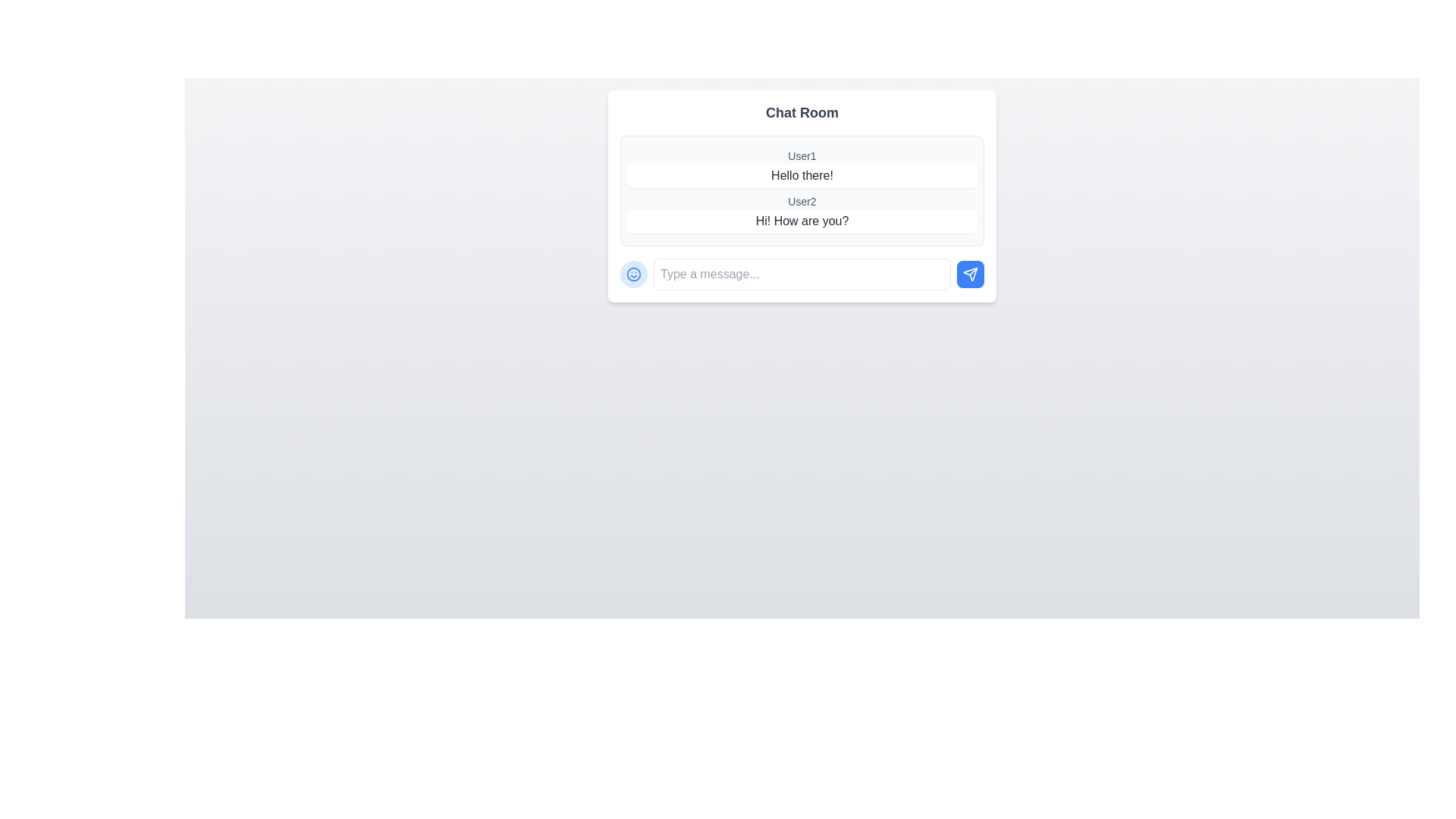 This screenshot has height=819, width=1456. What do you see at coordinates (801, 168) in the screenshot?
I see `the chat message bubble containing 'User1' at the top and 'Hello there!' below it, which has a light gray background and rounded corners` at bounding box center [801, 168].